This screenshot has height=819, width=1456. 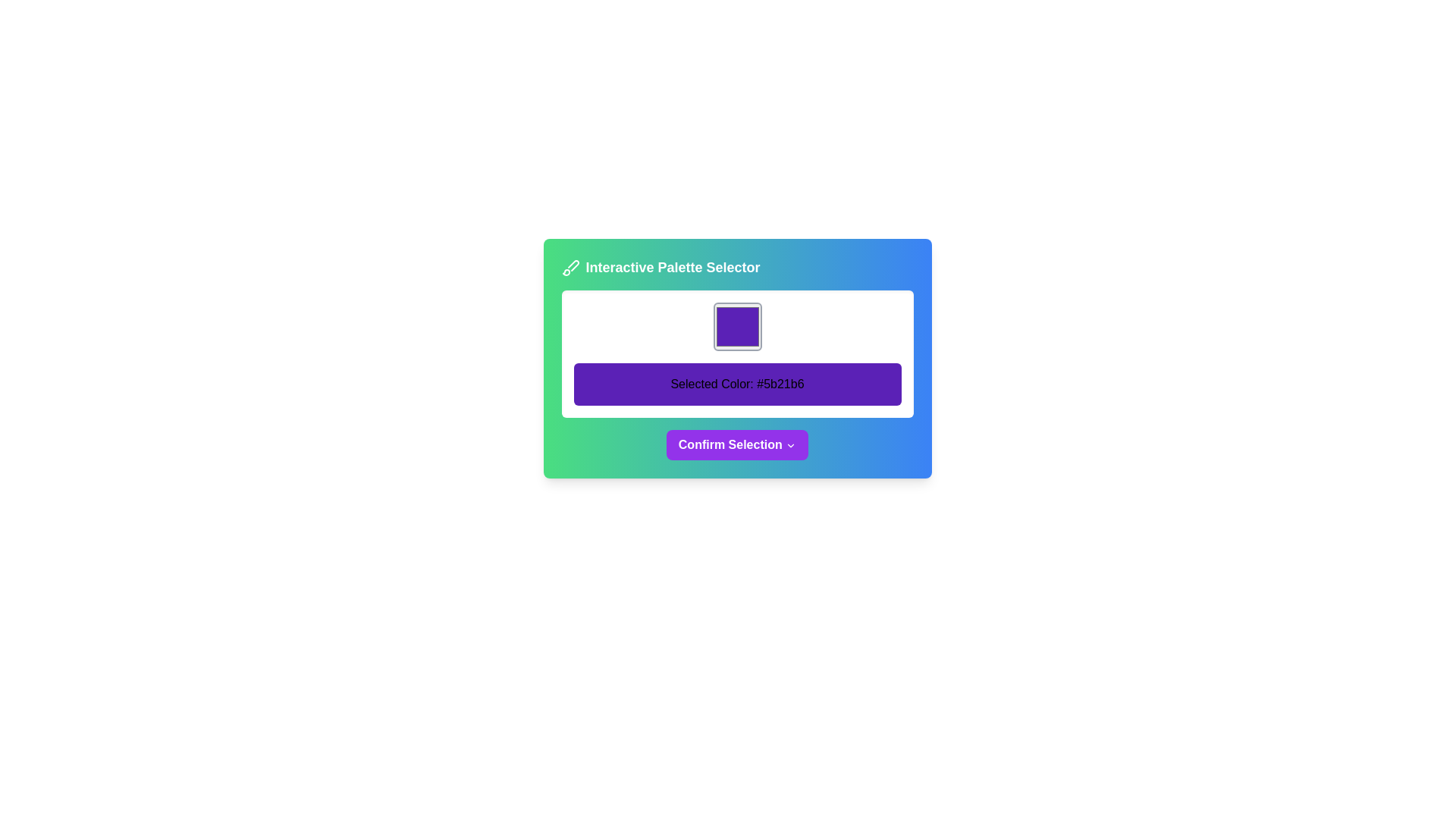 What do you see at coordinates (737, 359) in the screenshot?
I see `the Color Picker Button, which is the central interactive square within the 'Interactive Palette Selector' UI component` at bounding box center [737, 359].